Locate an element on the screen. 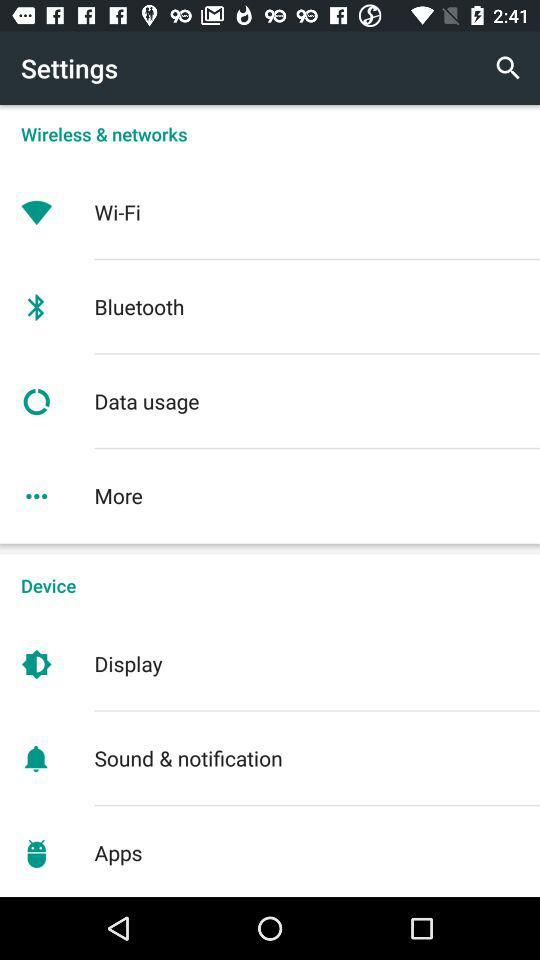 The image size is (540, 960). icon at the top right corner is located at coordinates (508, 68).